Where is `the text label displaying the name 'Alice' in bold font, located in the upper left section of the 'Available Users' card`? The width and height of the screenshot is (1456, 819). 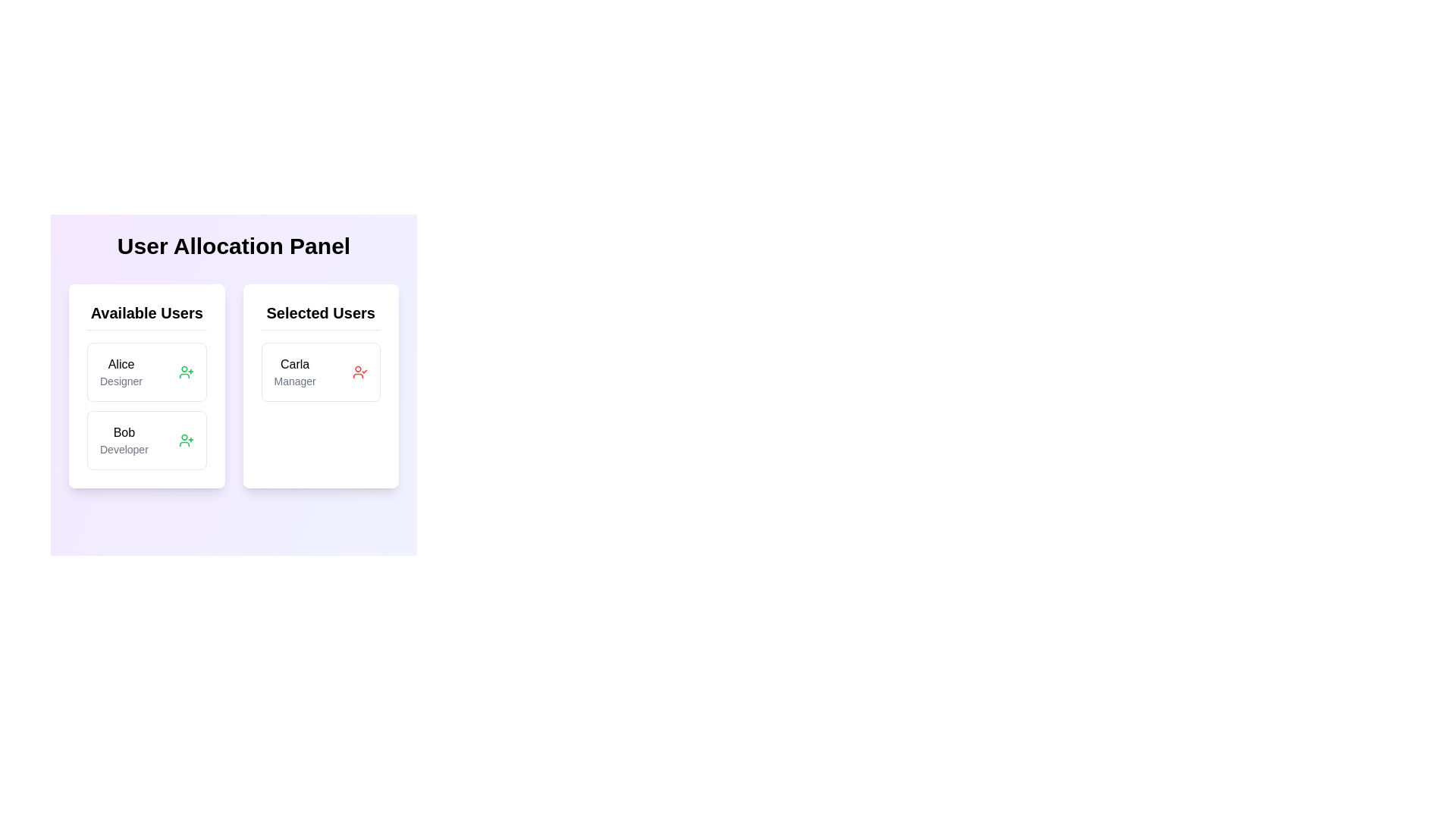 the text label displaying the name 'Alice' in bold font, located in the upper left section of the 'Available Users' card is located at coordinates (120, 365).